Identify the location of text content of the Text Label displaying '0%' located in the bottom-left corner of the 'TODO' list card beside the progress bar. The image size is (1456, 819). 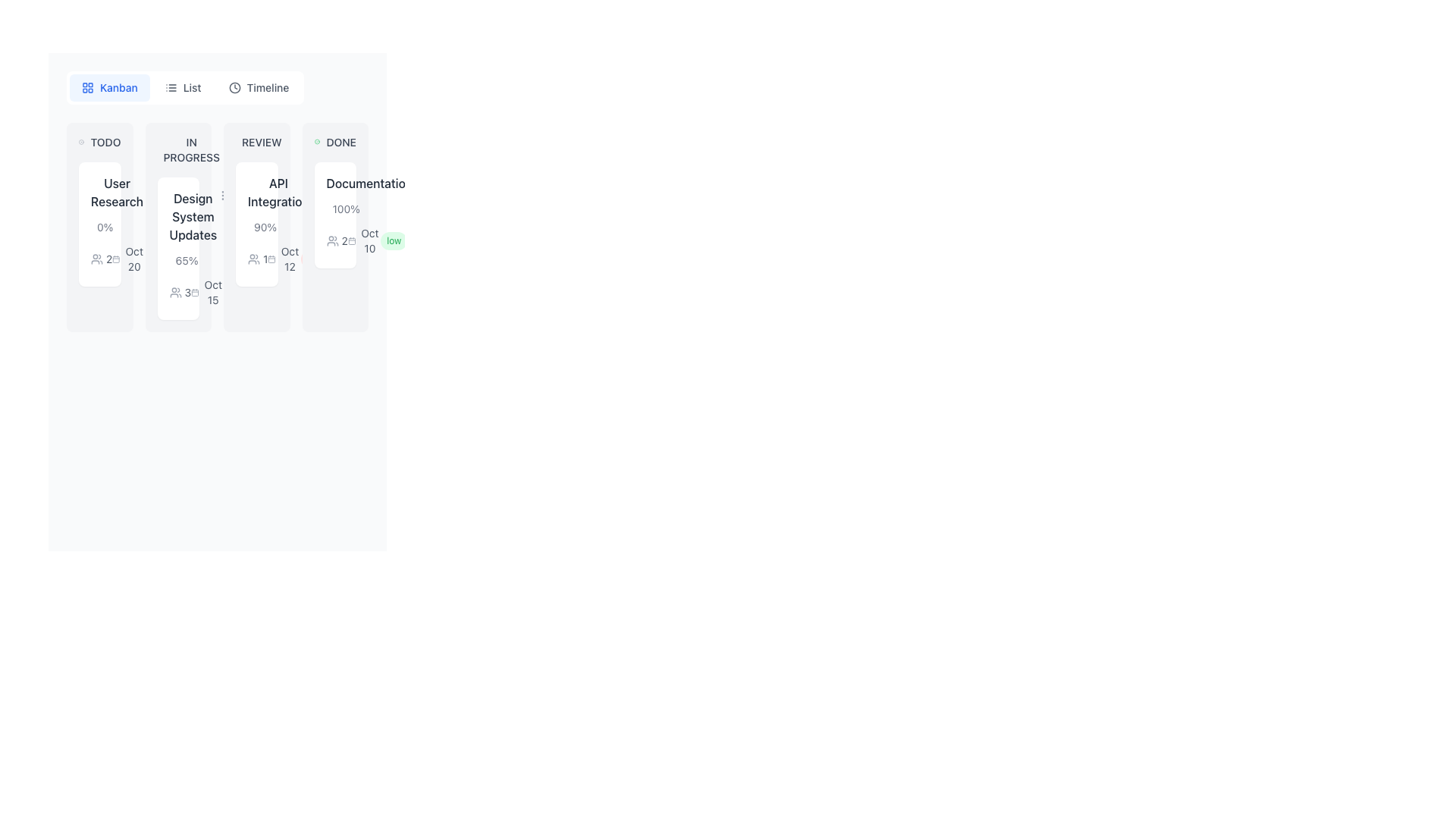
(104, 227).